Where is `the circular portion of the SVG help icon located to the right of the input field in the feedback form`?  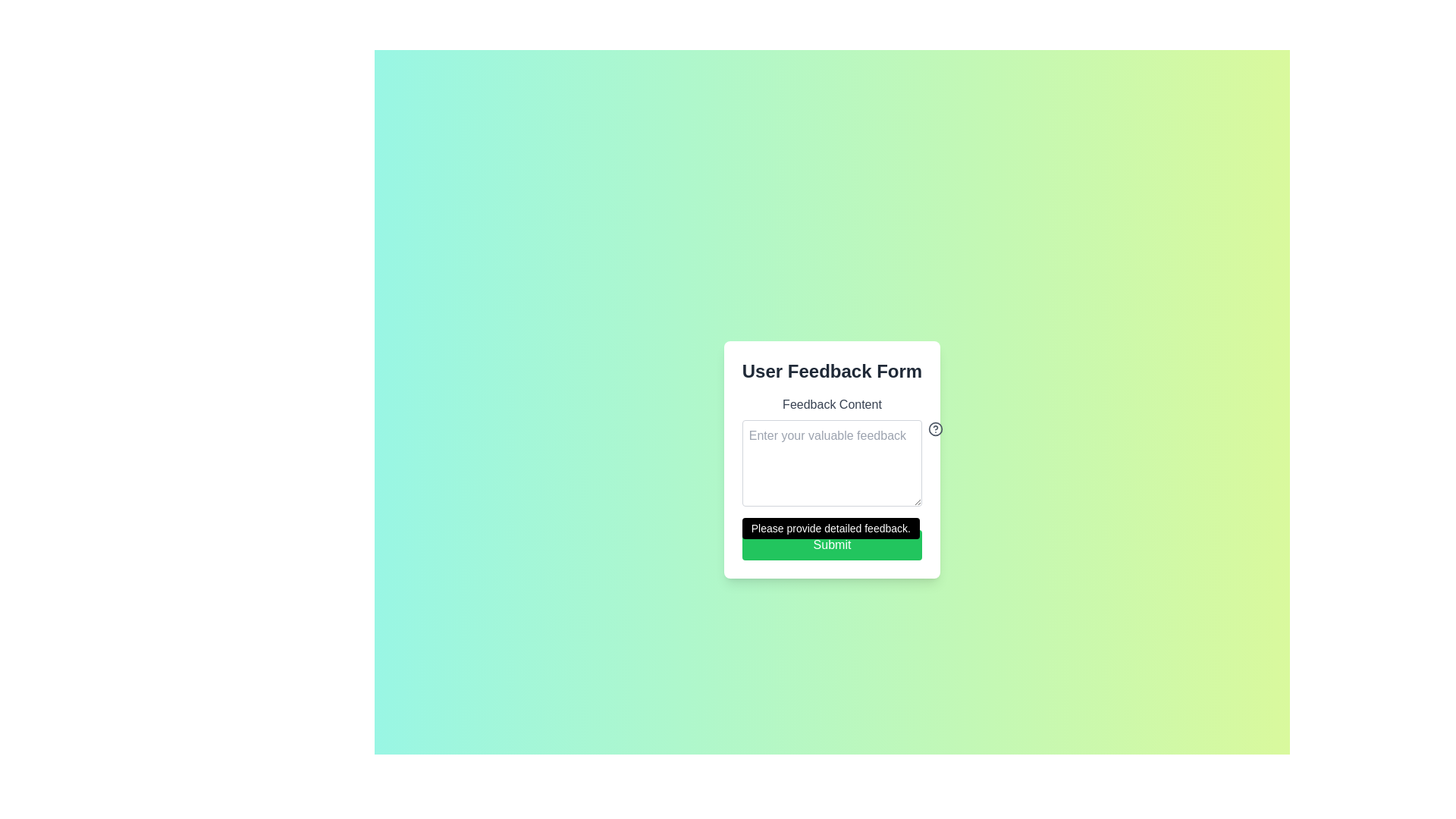 the circular portion of the SVG help icon located to the right of the input field in the feedback form is located at coordinates (935, 429).